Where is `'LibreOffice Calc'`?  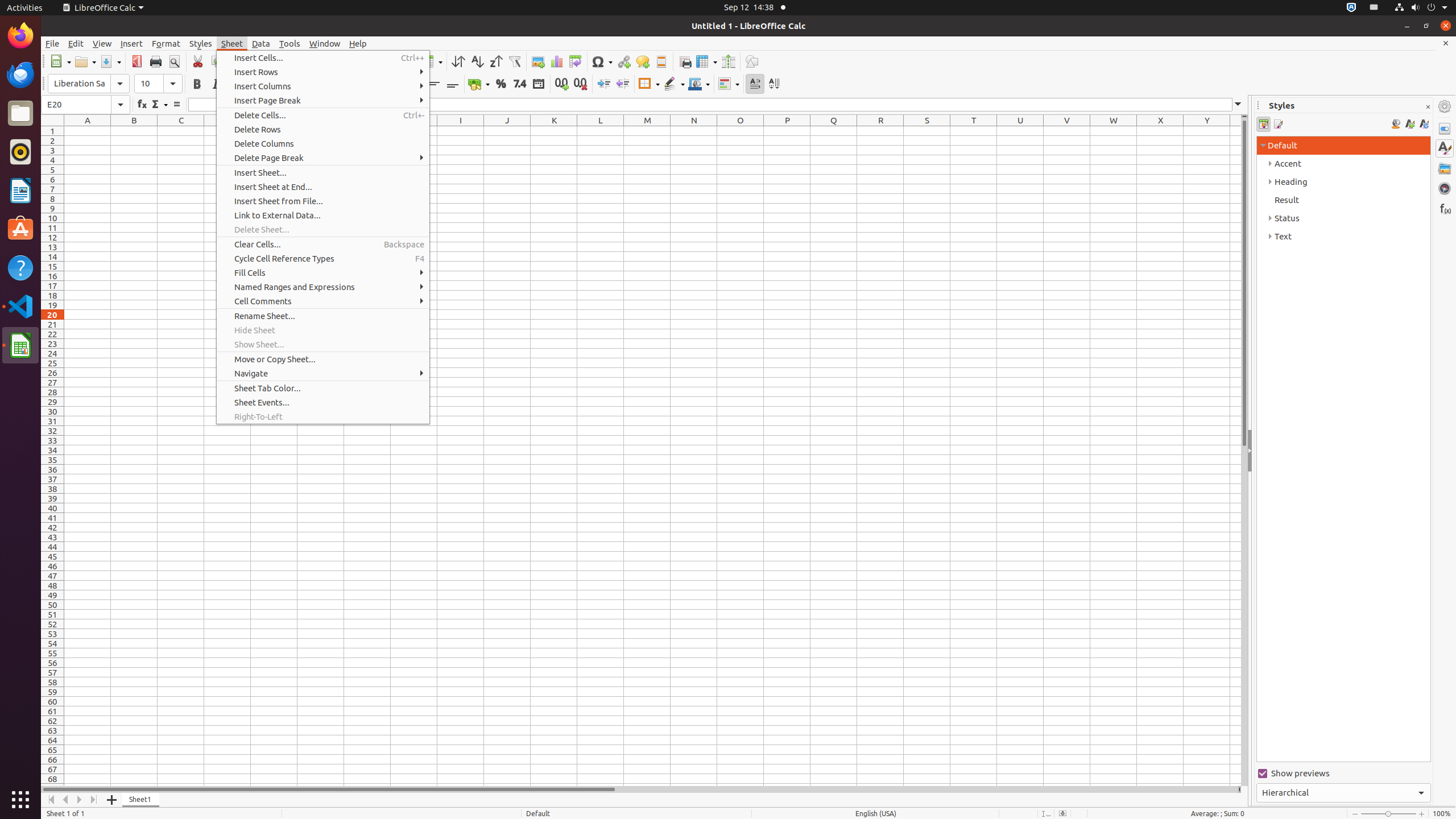 'LibreOffice Calc' is located at coordinates (102, 7).